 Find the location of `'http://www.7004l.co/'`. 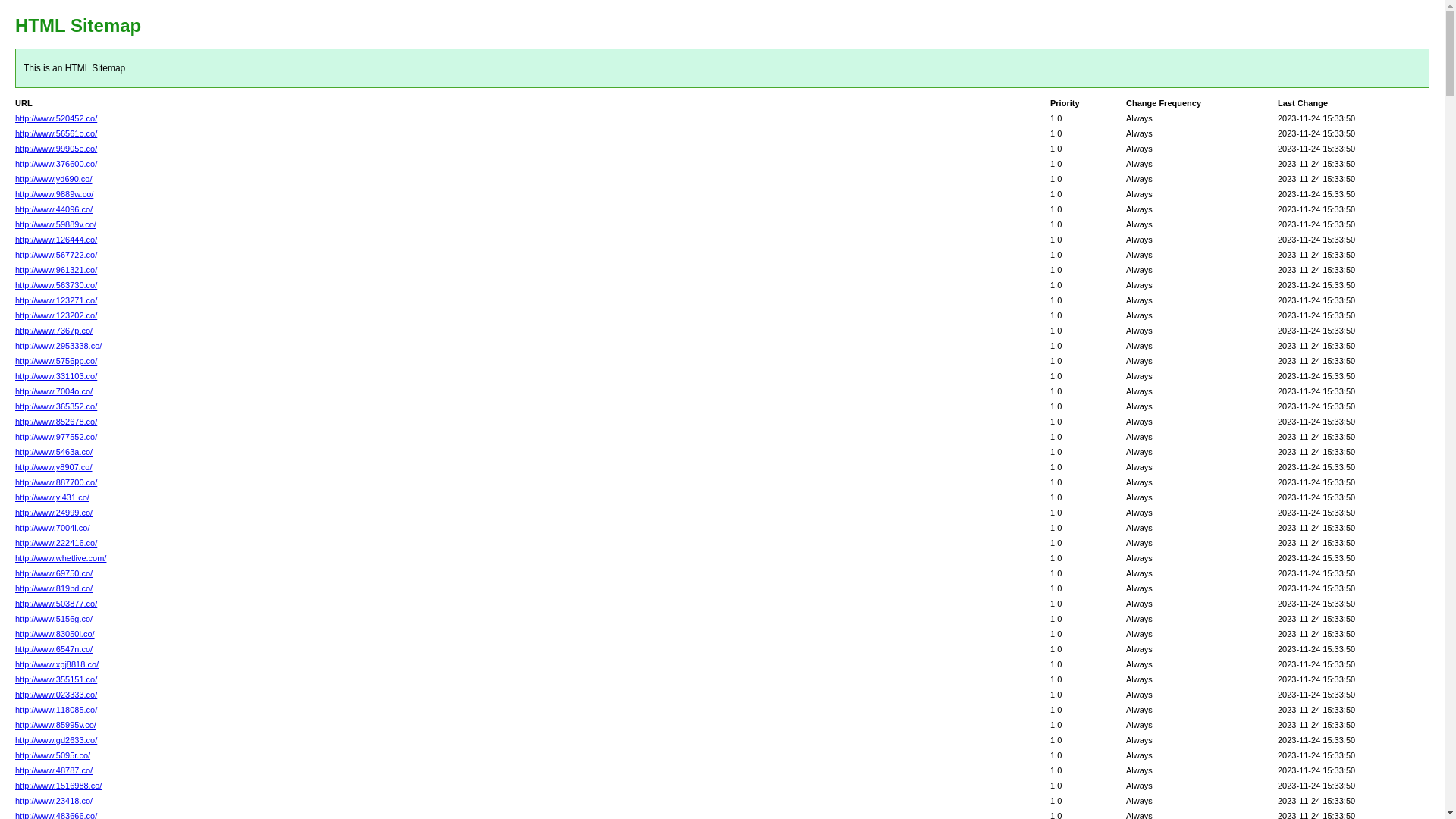

'http://www.7004l.co/' is located at coordinates (14, 526).